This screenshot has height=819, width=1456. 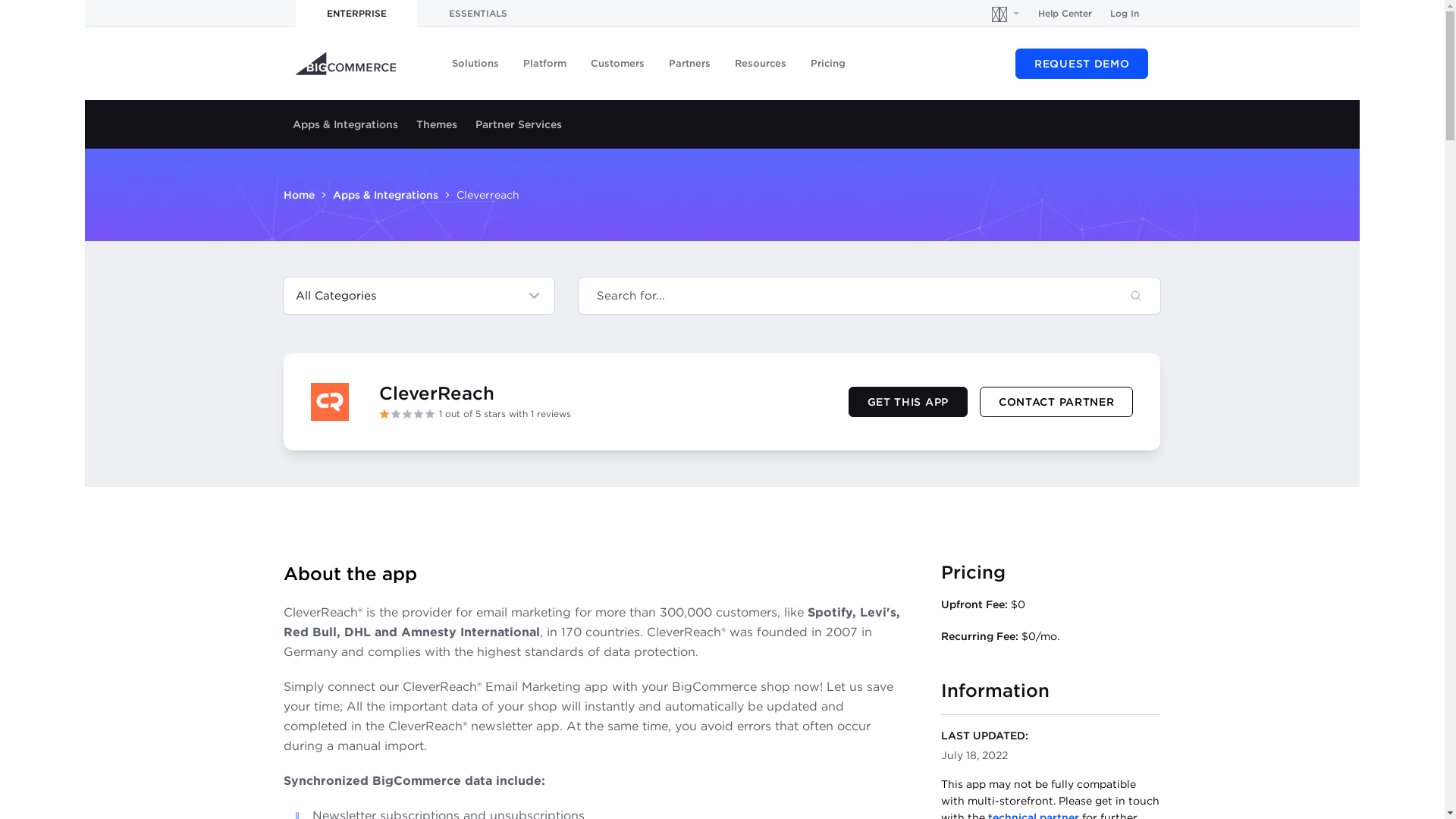 I want to click on 'Themes', so click(x=436, y=124).